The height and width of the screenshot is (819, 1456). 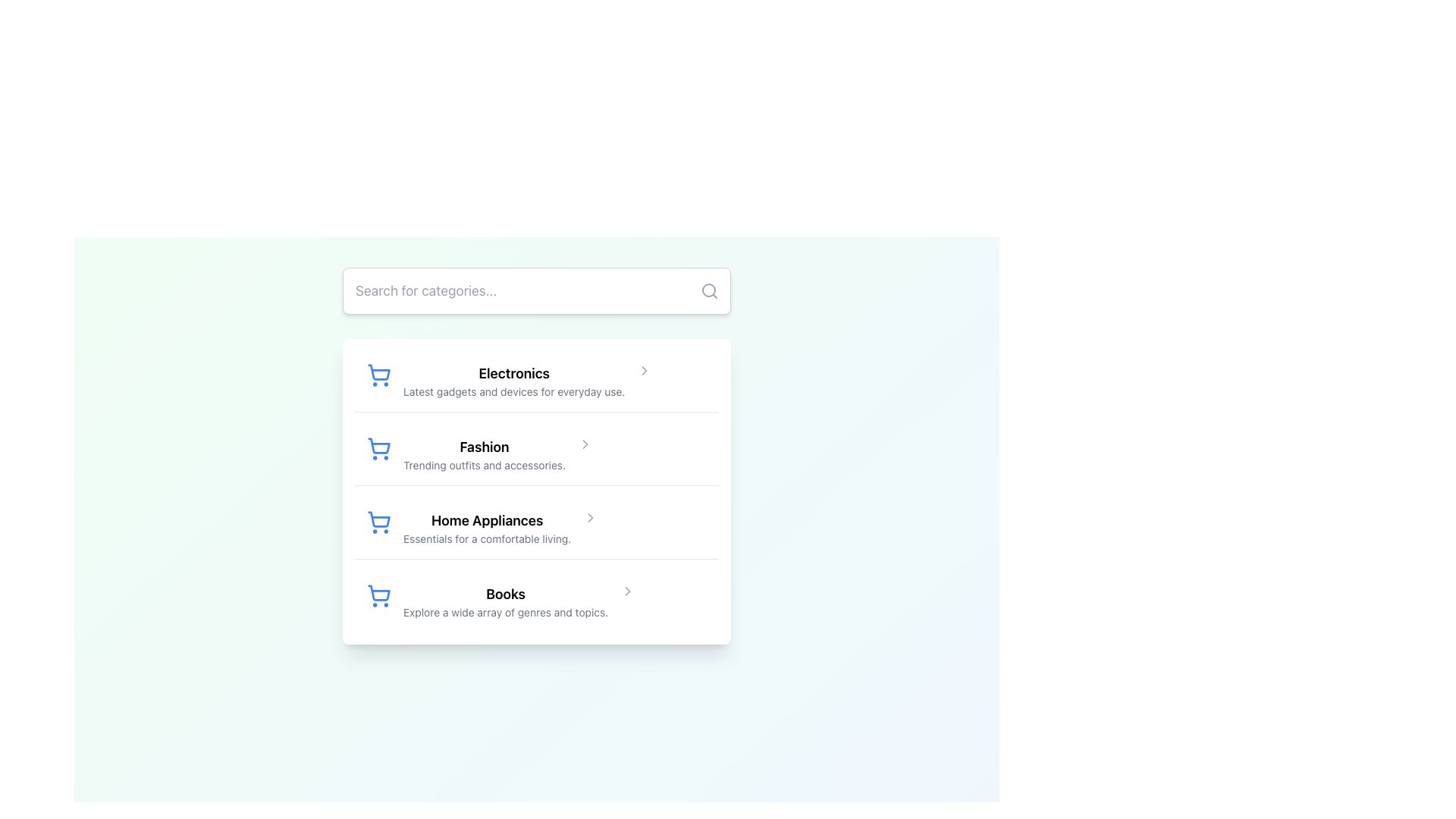 I want to click on the blue shopping cart icon located in the last row of the list, preceding the text 'Books', so click(x=378, y=595).